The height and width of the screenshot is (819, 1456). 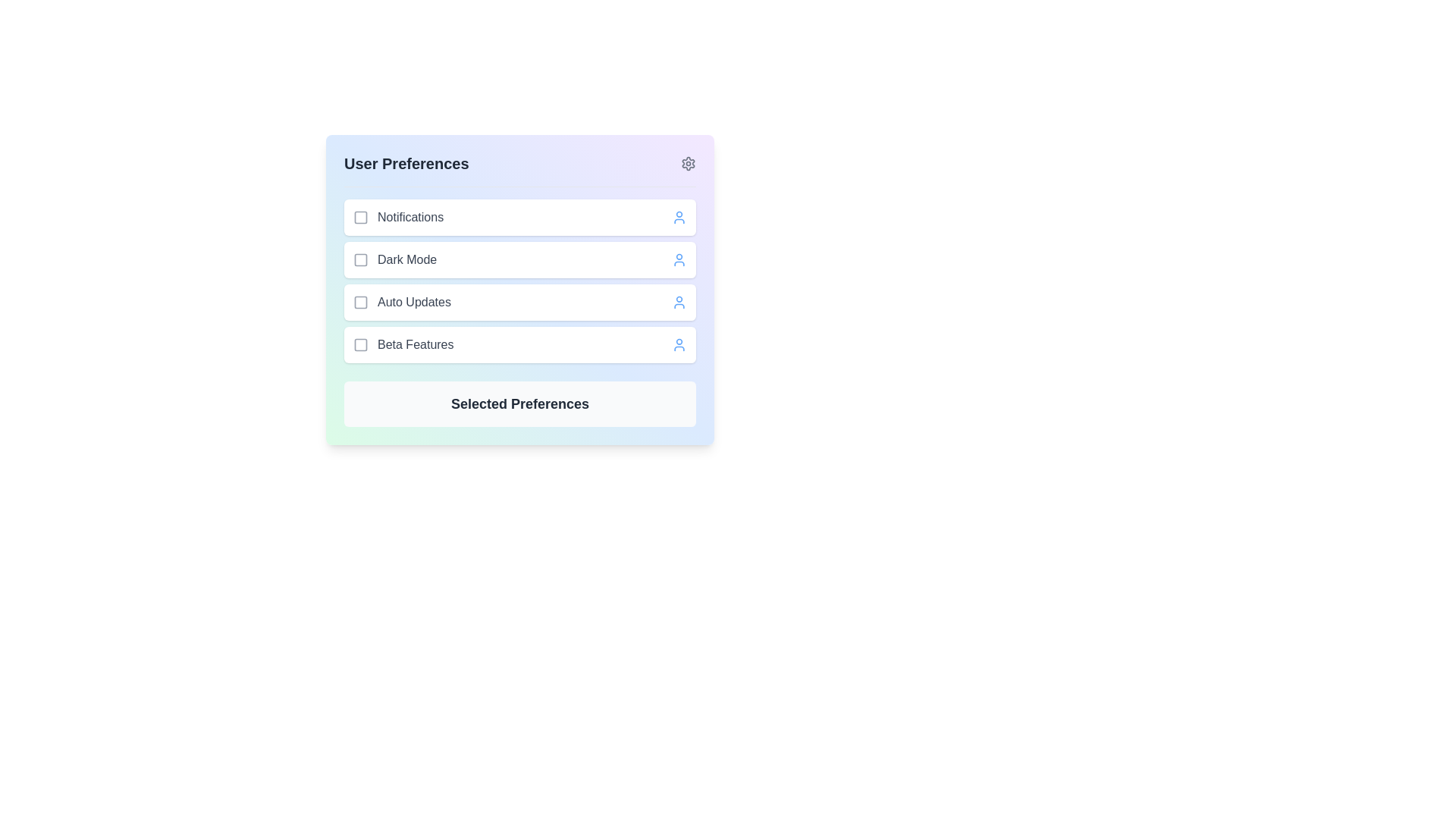 What do you see at coordinates (403, 345) in the screenshot?
I see `the checkbox labeled 'Beta Features', which is the fourth option in a vertically-aligned list of choices` at bounding box center [403, 345].